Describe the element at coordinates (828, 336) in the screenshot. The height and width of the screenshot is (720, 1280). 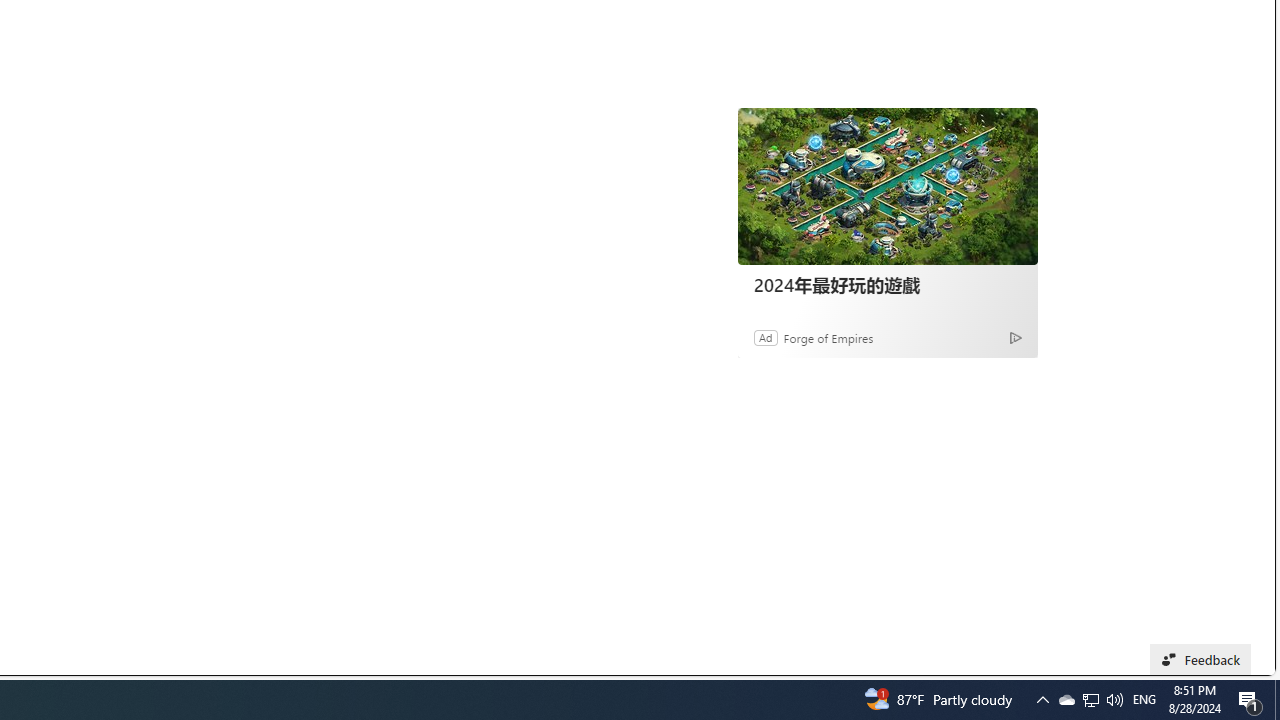
I see `'Forge of Empires'` at that location.